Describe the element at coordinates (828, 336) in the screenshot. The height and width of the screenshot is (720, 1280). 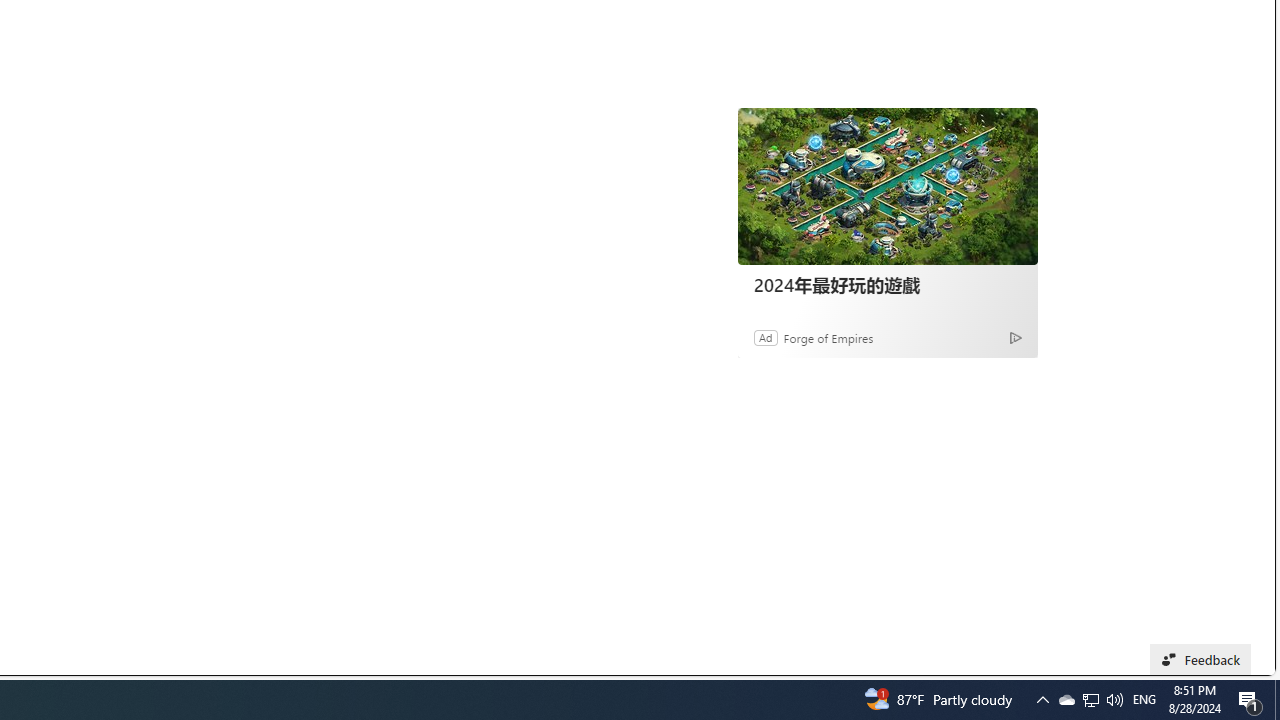
I see `'Forge of Empires'` at that location.